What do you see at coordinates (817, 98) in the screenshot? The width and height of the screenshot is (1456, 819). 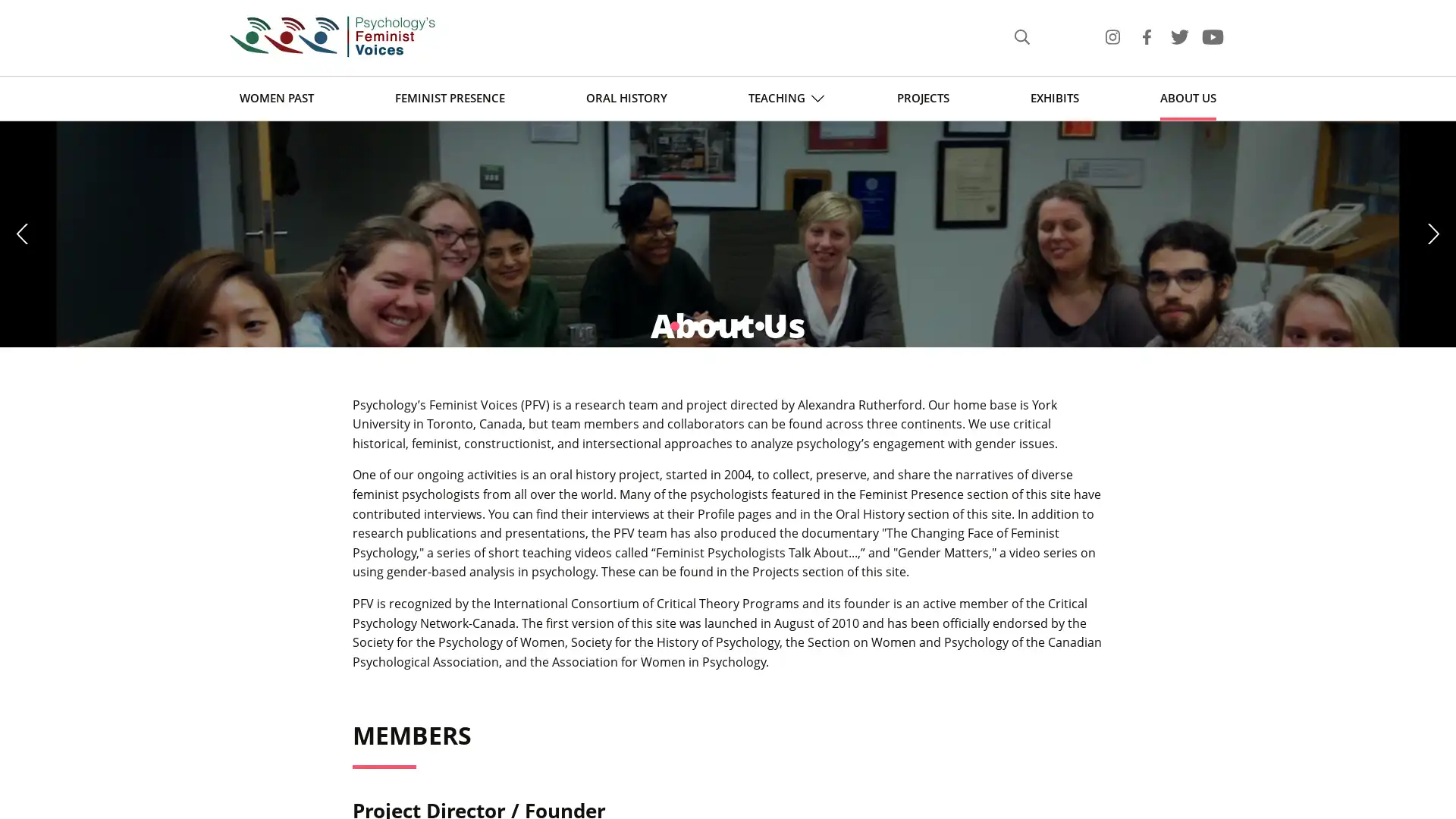 I see `Toggle Teaching sub-menu` at bounding box center [817, 98].